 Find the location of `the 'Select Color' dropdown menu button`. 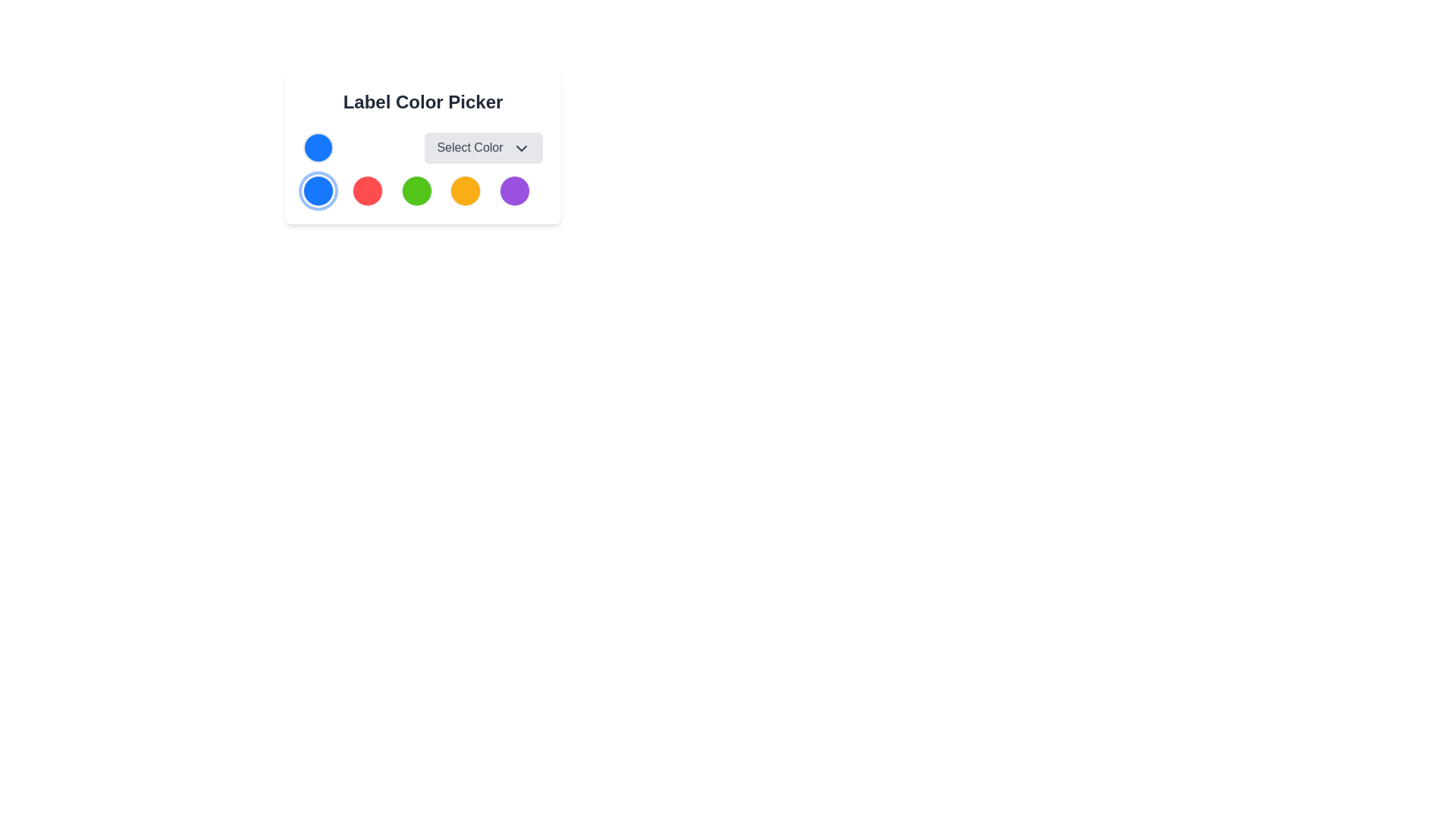

the 'Select Color' dropdown menu button is located at coordinates (483, 148).